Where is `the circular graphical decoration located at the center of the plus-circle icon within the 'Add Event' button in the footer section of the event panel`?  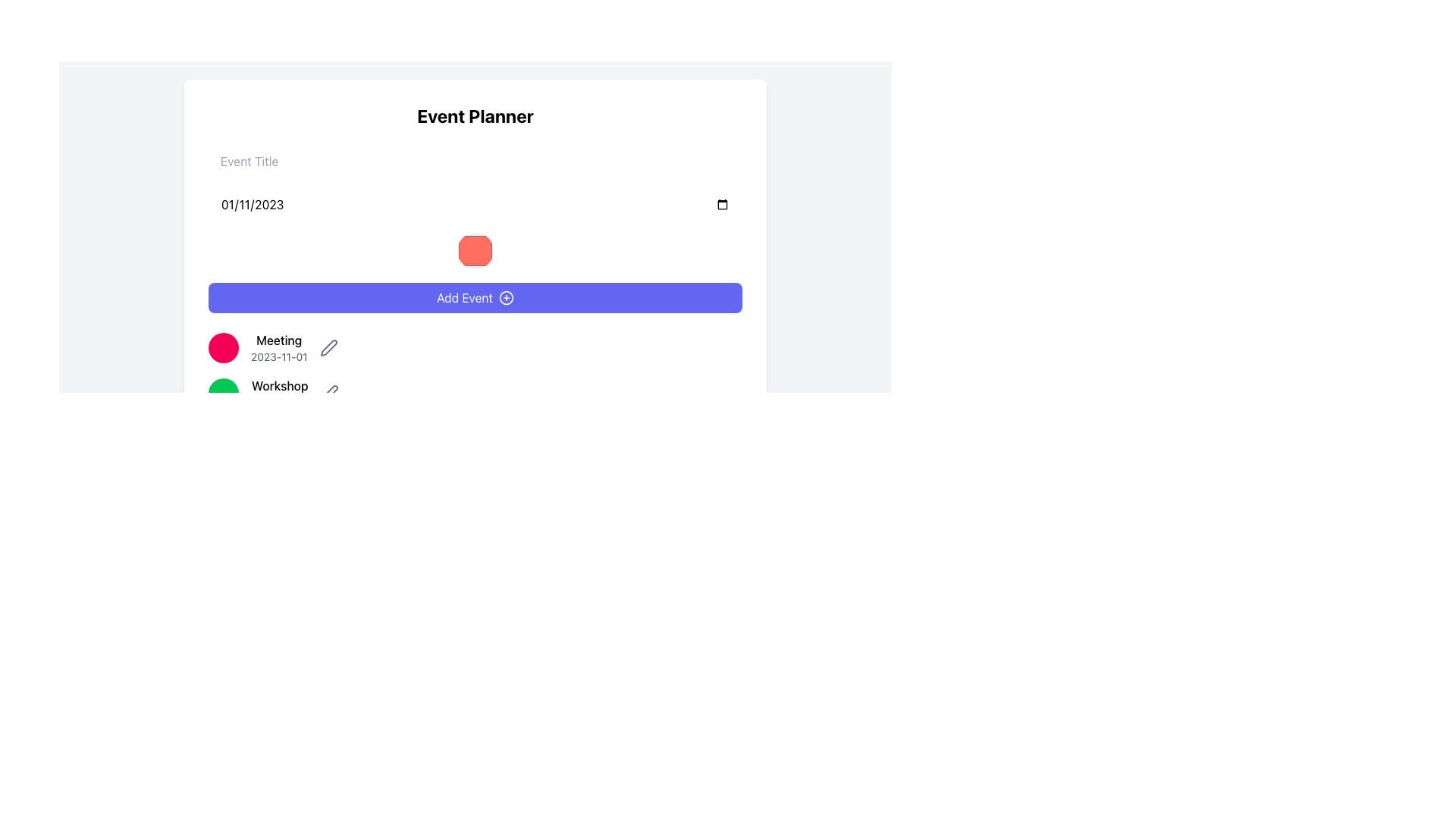
the circular graphical decoration located at the center of the plus-circle icon within the 'Add Event' button in the footer section of the event panel is located at coordinates (506, 298).